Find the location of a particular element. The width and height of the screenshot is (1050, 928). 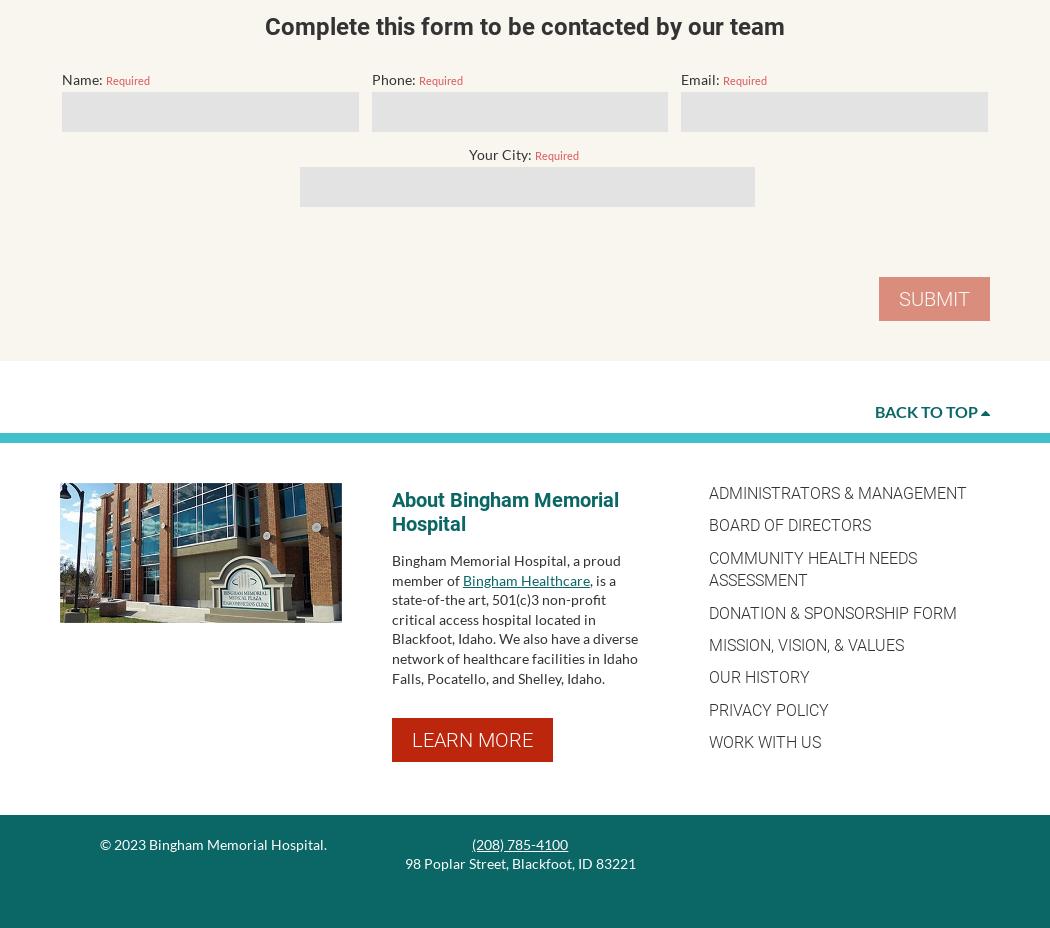

'© 2023 Bingham Memorial Hospital.' is located at coordinates (211, 843).